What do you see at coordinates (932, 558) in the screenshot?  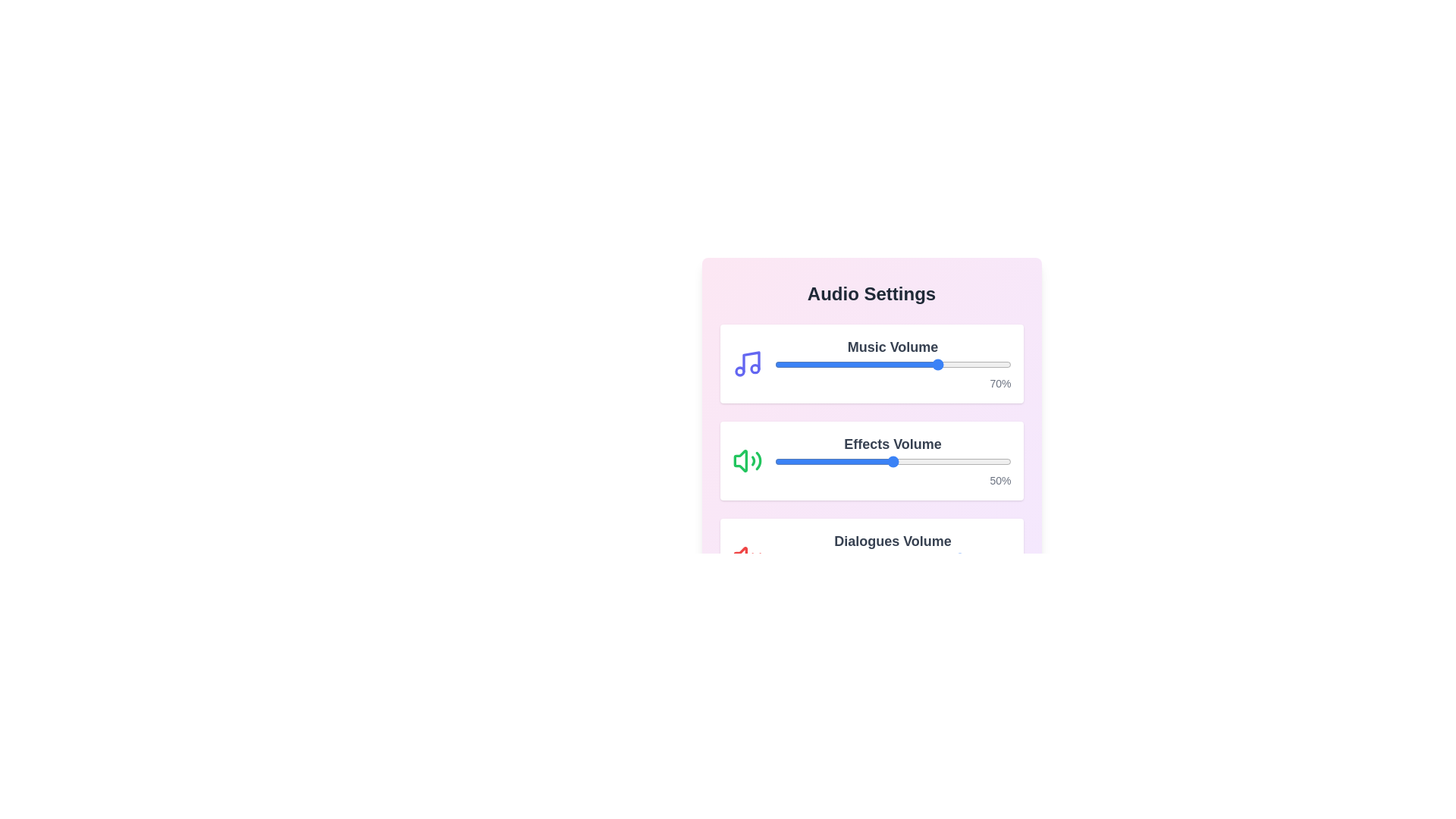 I see `the Dialogues Volume slider to 67%` at bounding box center [932, 558].